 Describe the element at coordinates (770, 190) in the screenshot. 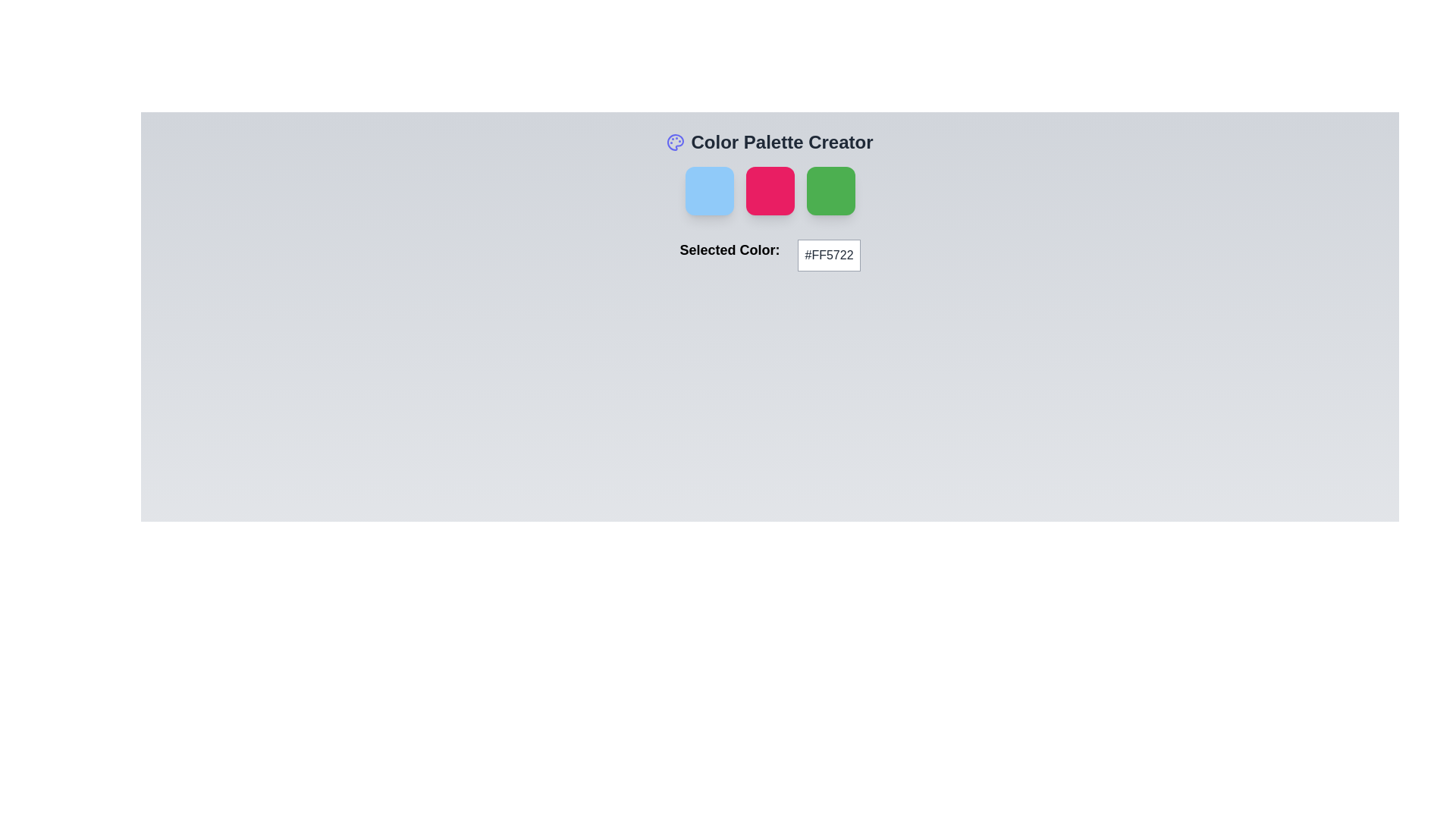

I see `the second interactive color palette tile in the 'Color Palette Creator' section` at that location.